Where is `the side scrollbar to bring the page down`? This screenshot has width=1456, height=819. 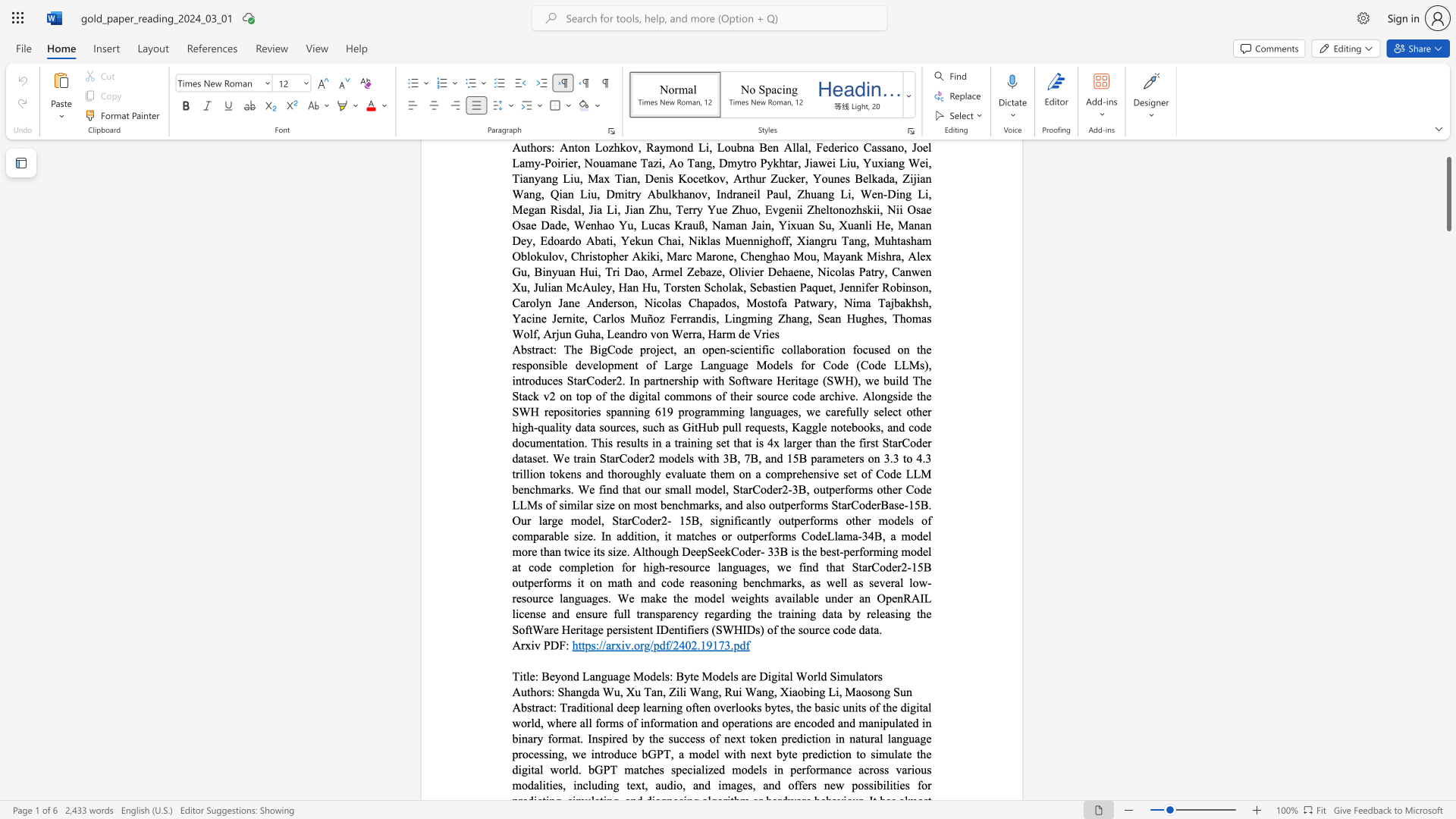
the side scrollbar to bring the page down is located at coordinates (1448, 447).